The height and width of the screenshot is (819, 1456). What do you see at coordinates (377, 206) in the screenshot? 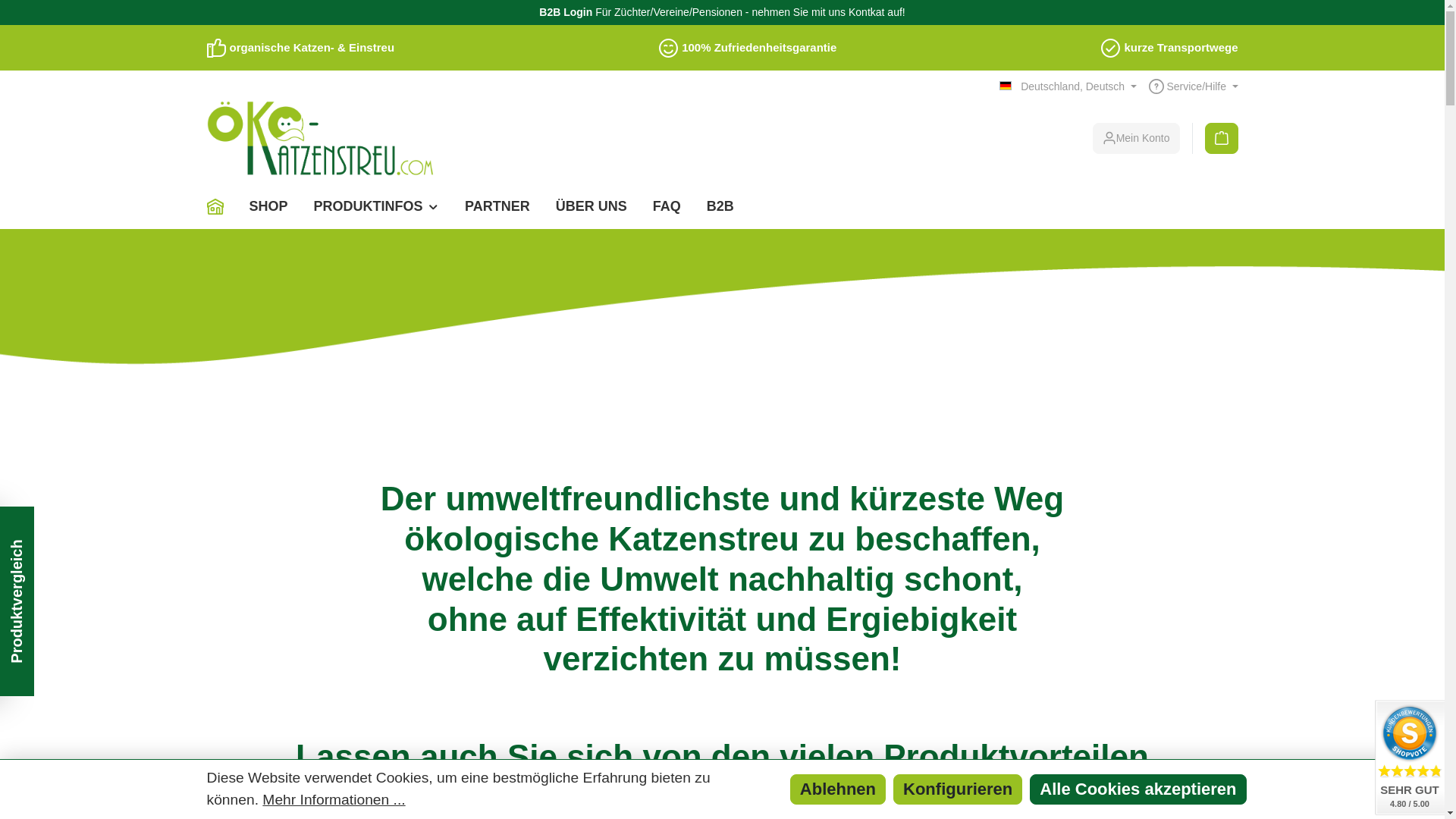
I see `'PRODUKTINFOS'` at bounding box center [377, 206].